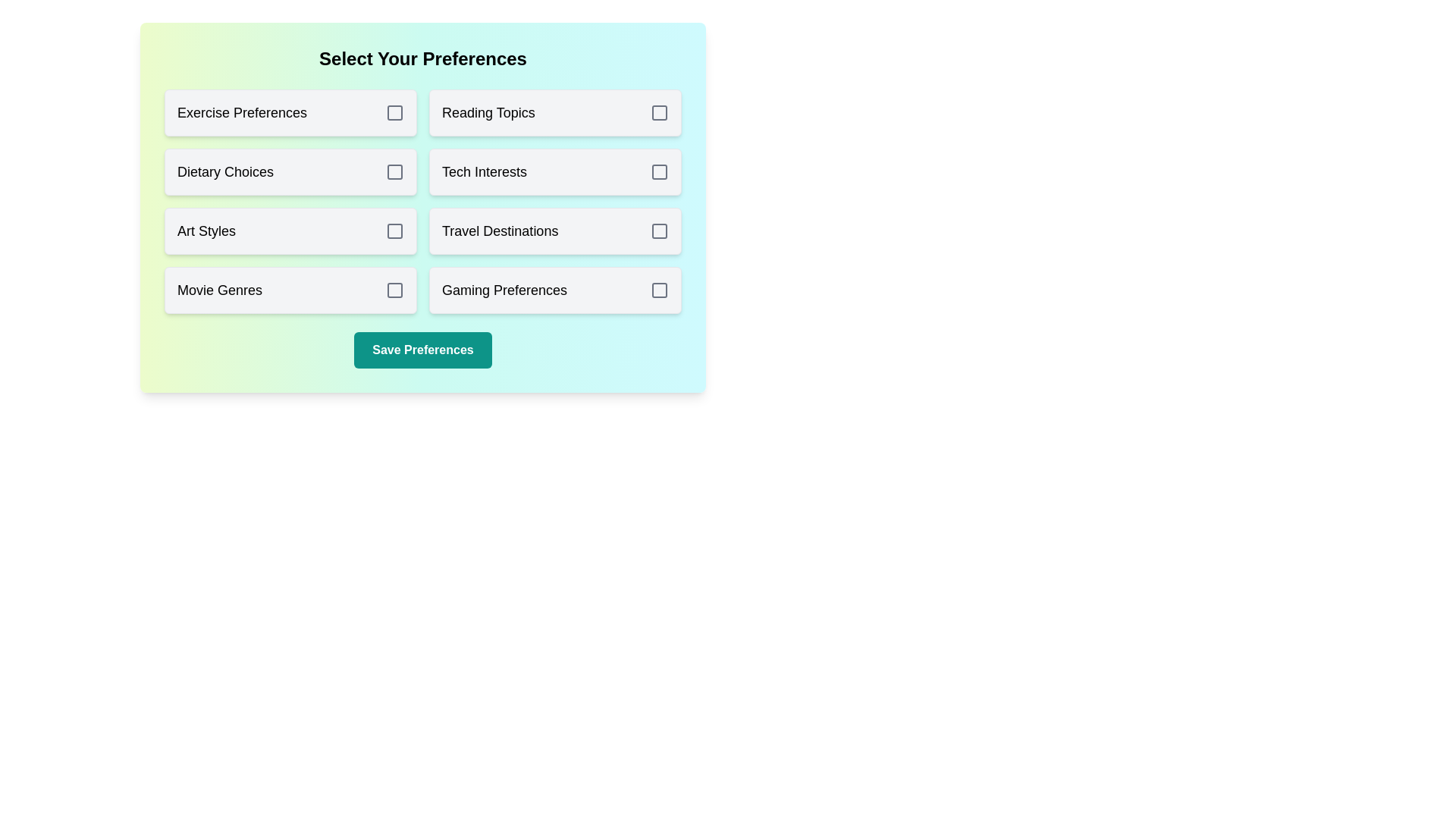 Image resolution: width=1456 pixels, height=819 pixels. Describe the element at coordinates (554, 112) in the screenshot. I see `the preference option Reading Topics` at that location.